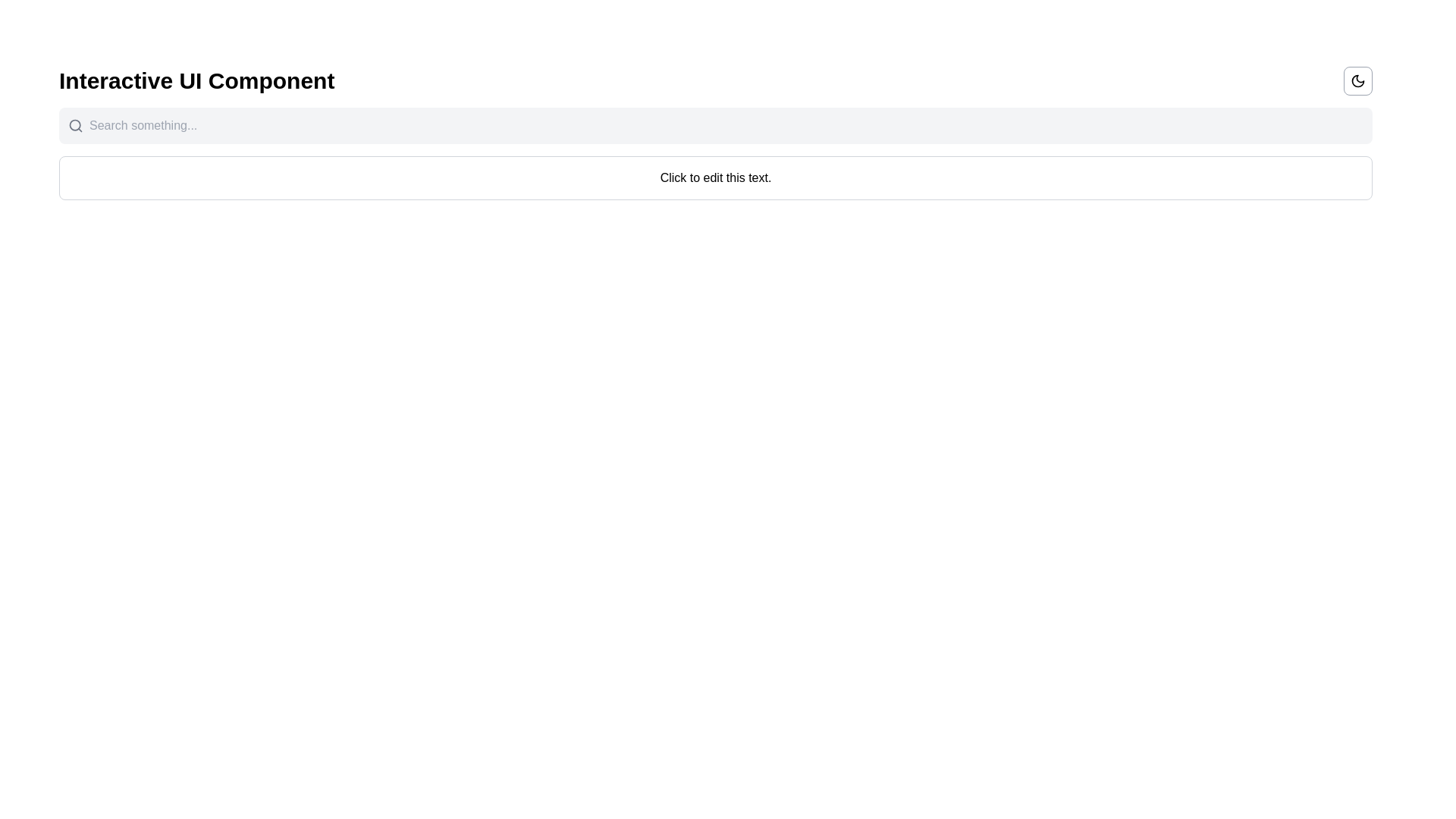  I want to click on the moon icon located, so click(1357, 81).